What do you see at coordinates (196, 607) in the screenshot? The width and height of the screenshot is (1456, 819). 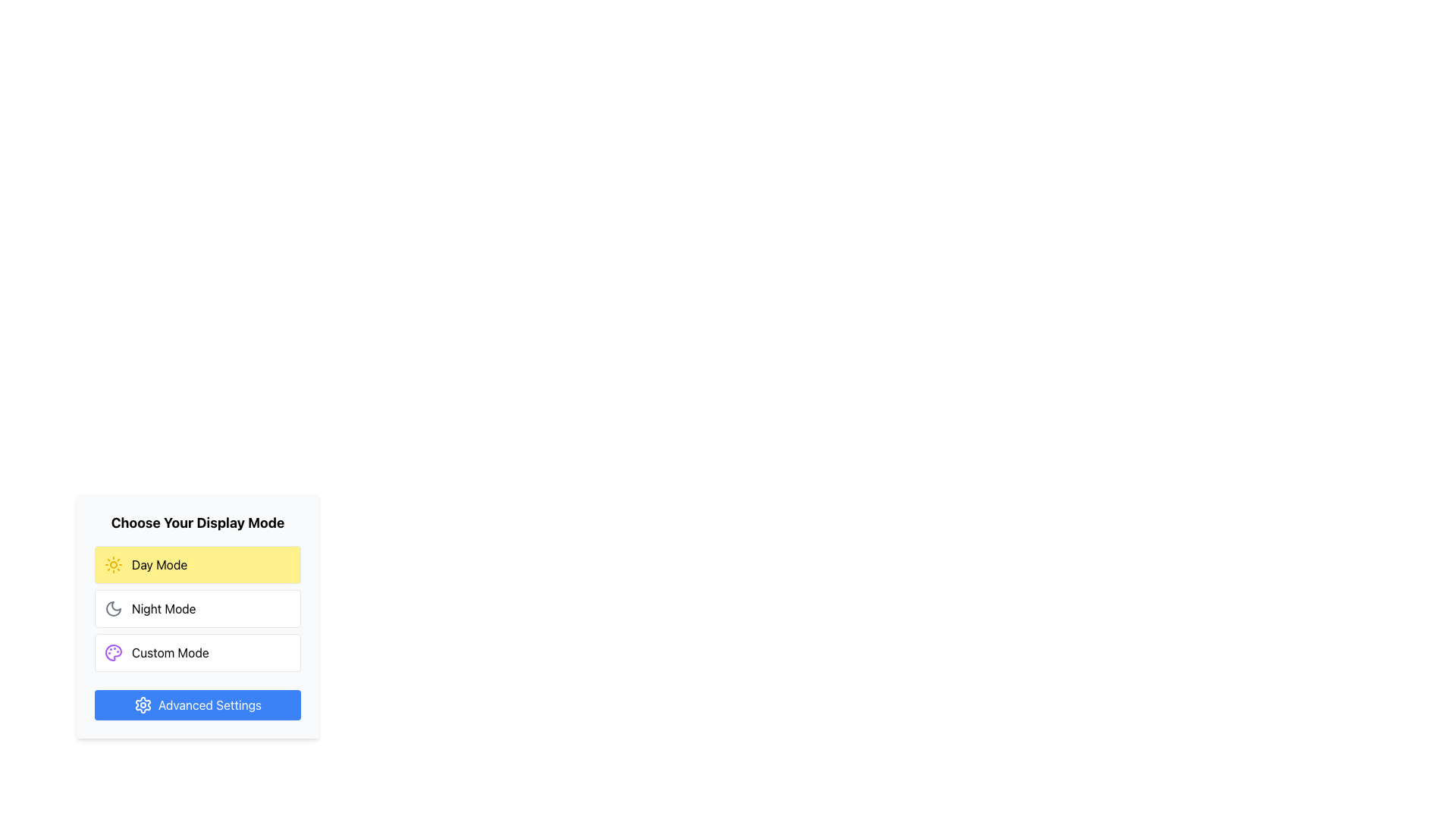 I see `the 'Night Mode' button in the Interactive Group of display modes, which is the second component below the title 'Choose Your Display Mode'` at bounding box center [196, 607].